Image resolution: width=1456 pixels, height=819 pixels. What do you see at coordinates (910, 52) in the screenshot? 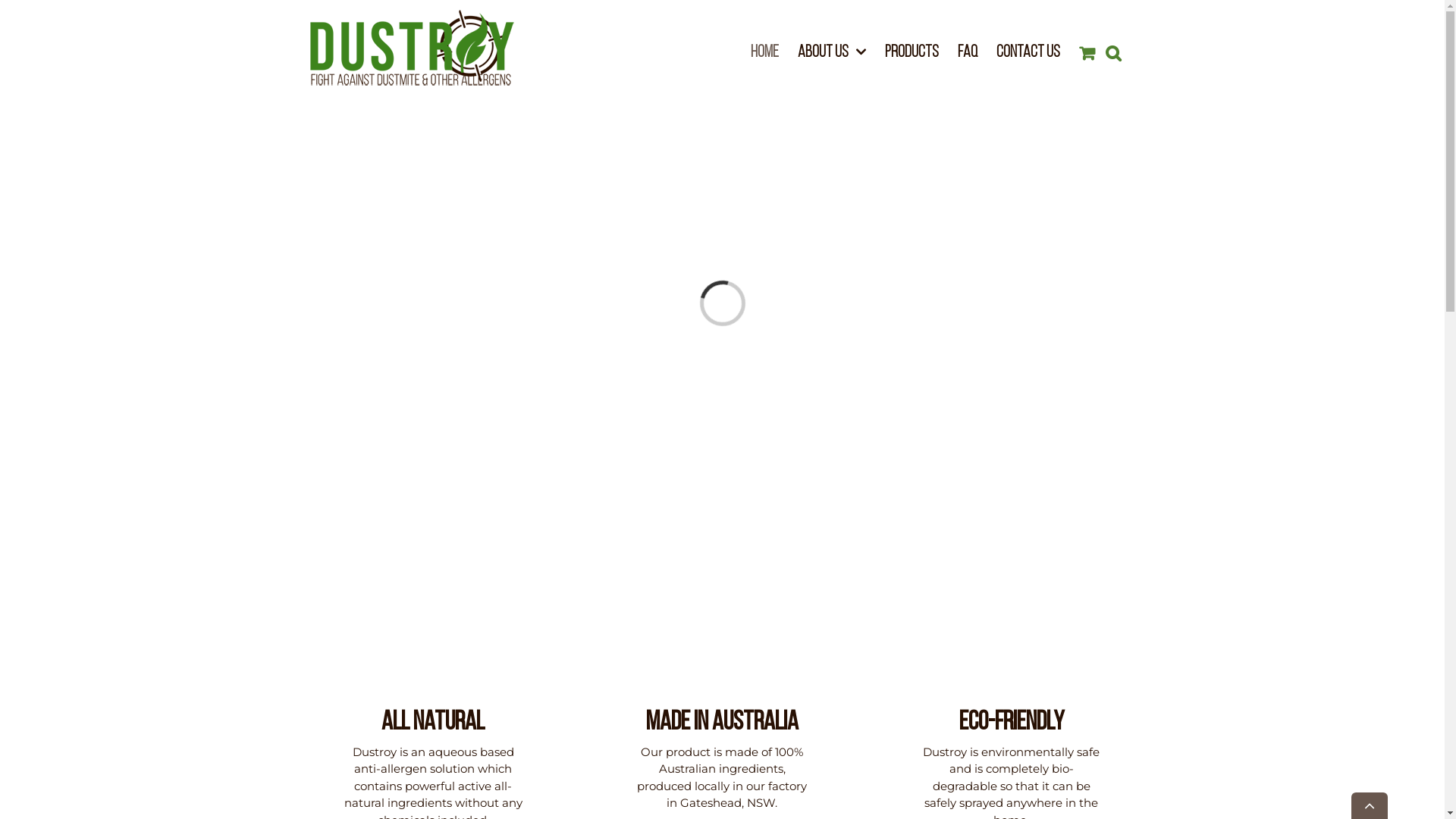
I see `'PRODUCTS'` at bounding box center [910, 52].